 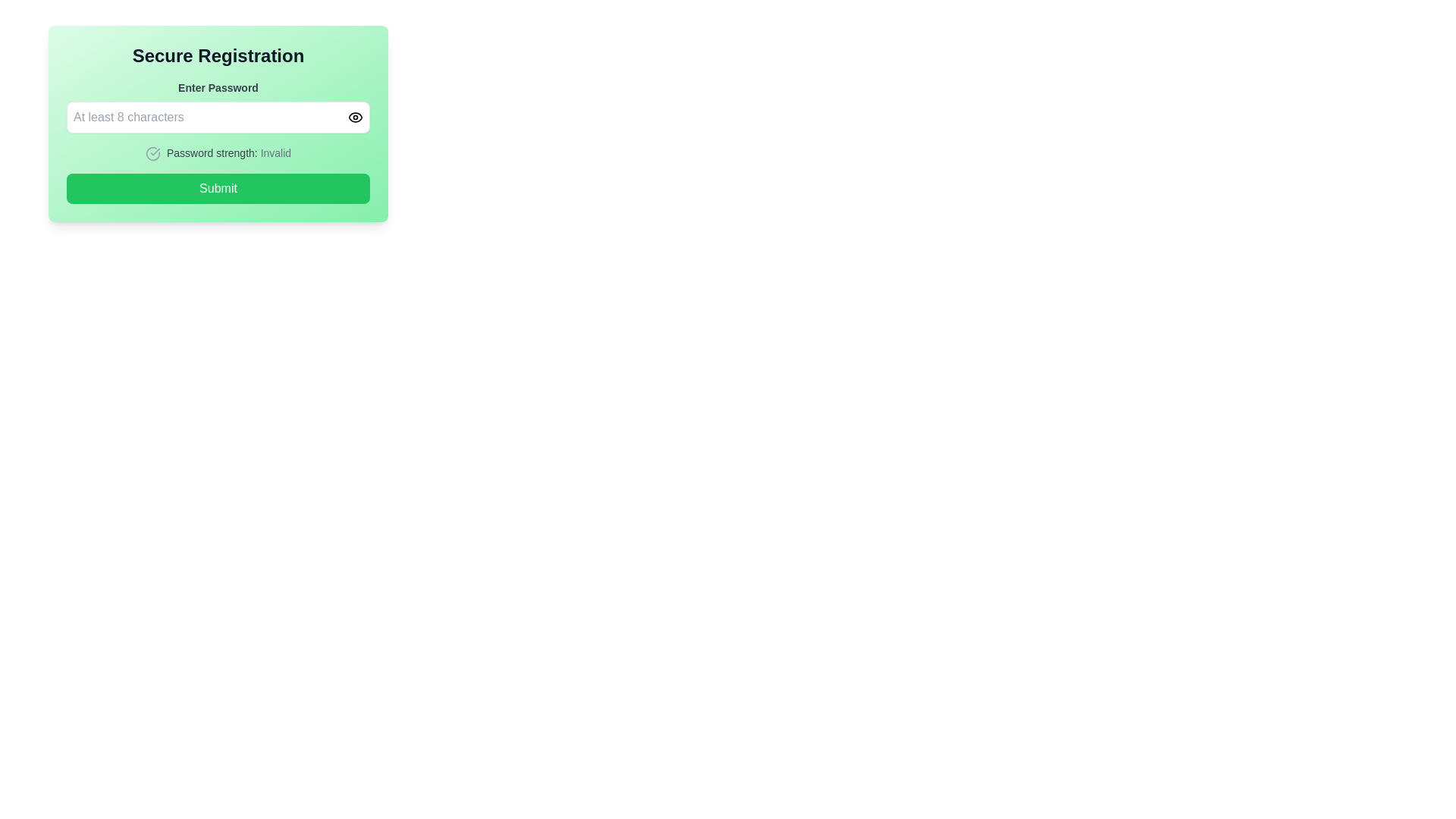 What do you see at coordinates (218, 87) in the screenshot?
I see `the instructional text label for the password input field, which is centrally positioned above the white input field with the placeholder 'At least 8 characters'` at bounding box center [218, 87].